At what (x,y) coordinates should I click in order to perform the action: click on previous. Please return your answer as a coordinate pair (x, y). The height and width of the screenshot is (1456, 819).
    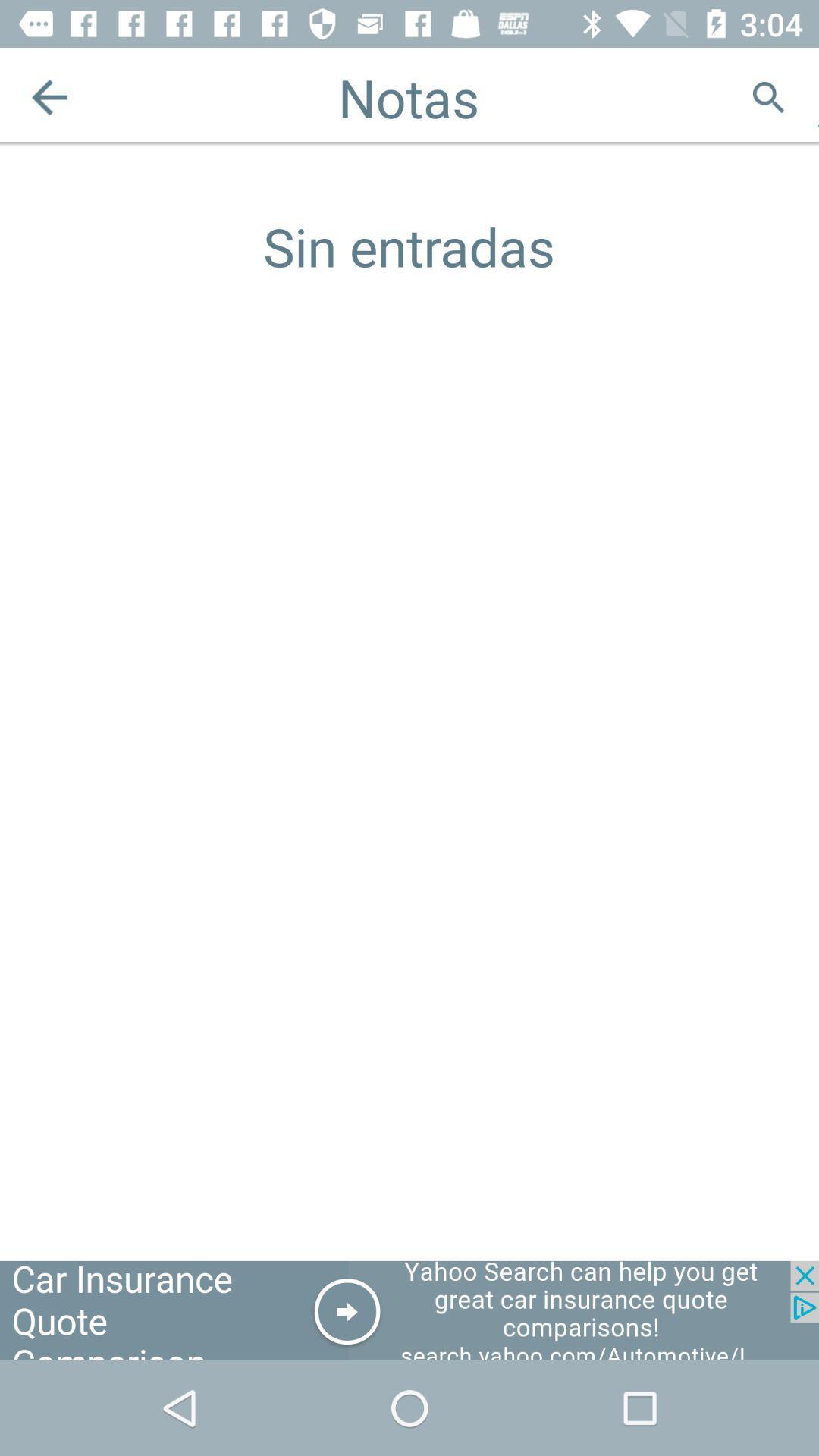
    Looking at the image, I should click on (49, 96).